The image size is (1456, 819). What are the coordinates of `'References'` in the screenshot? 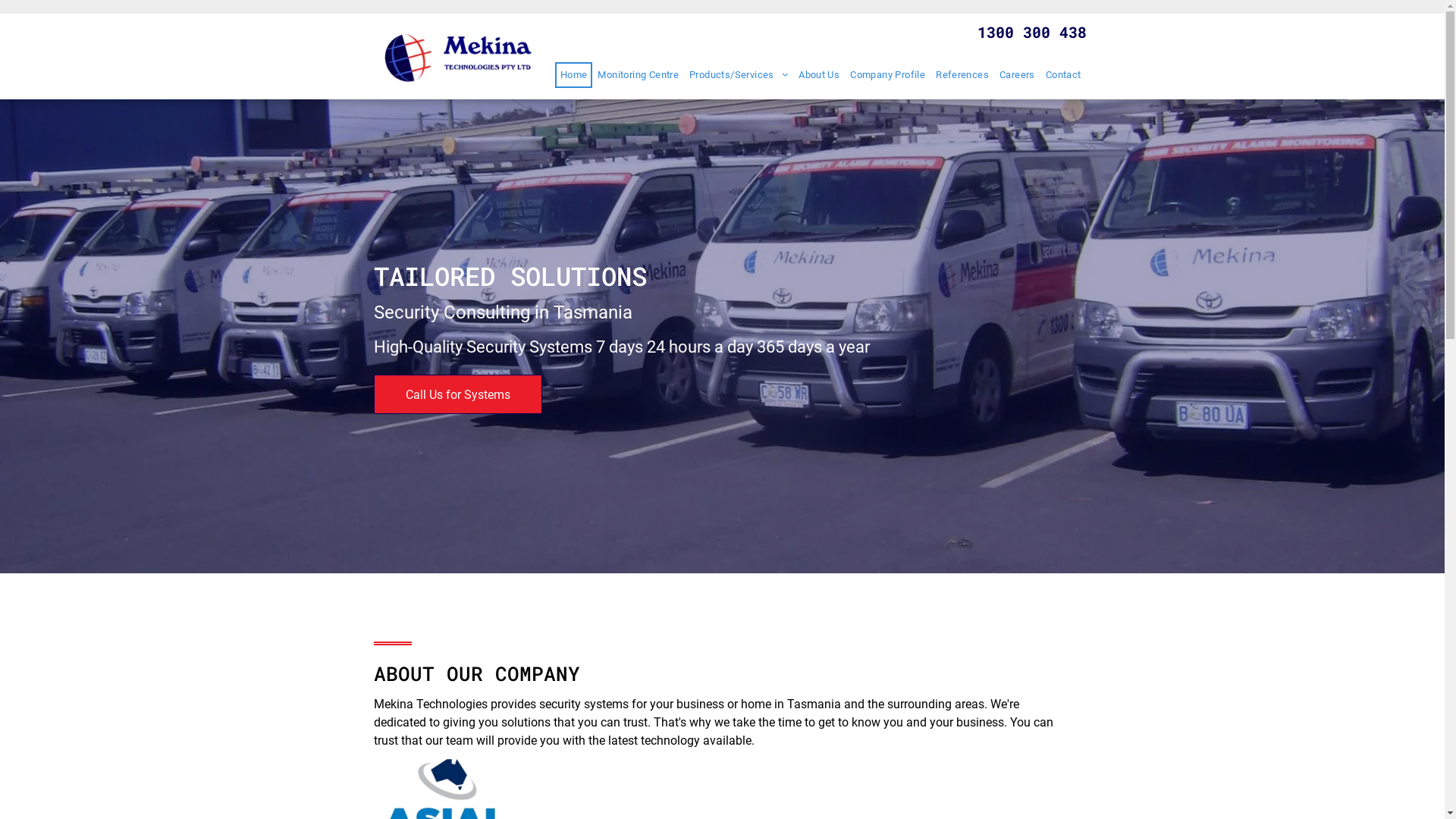 It's located at (961, 75).